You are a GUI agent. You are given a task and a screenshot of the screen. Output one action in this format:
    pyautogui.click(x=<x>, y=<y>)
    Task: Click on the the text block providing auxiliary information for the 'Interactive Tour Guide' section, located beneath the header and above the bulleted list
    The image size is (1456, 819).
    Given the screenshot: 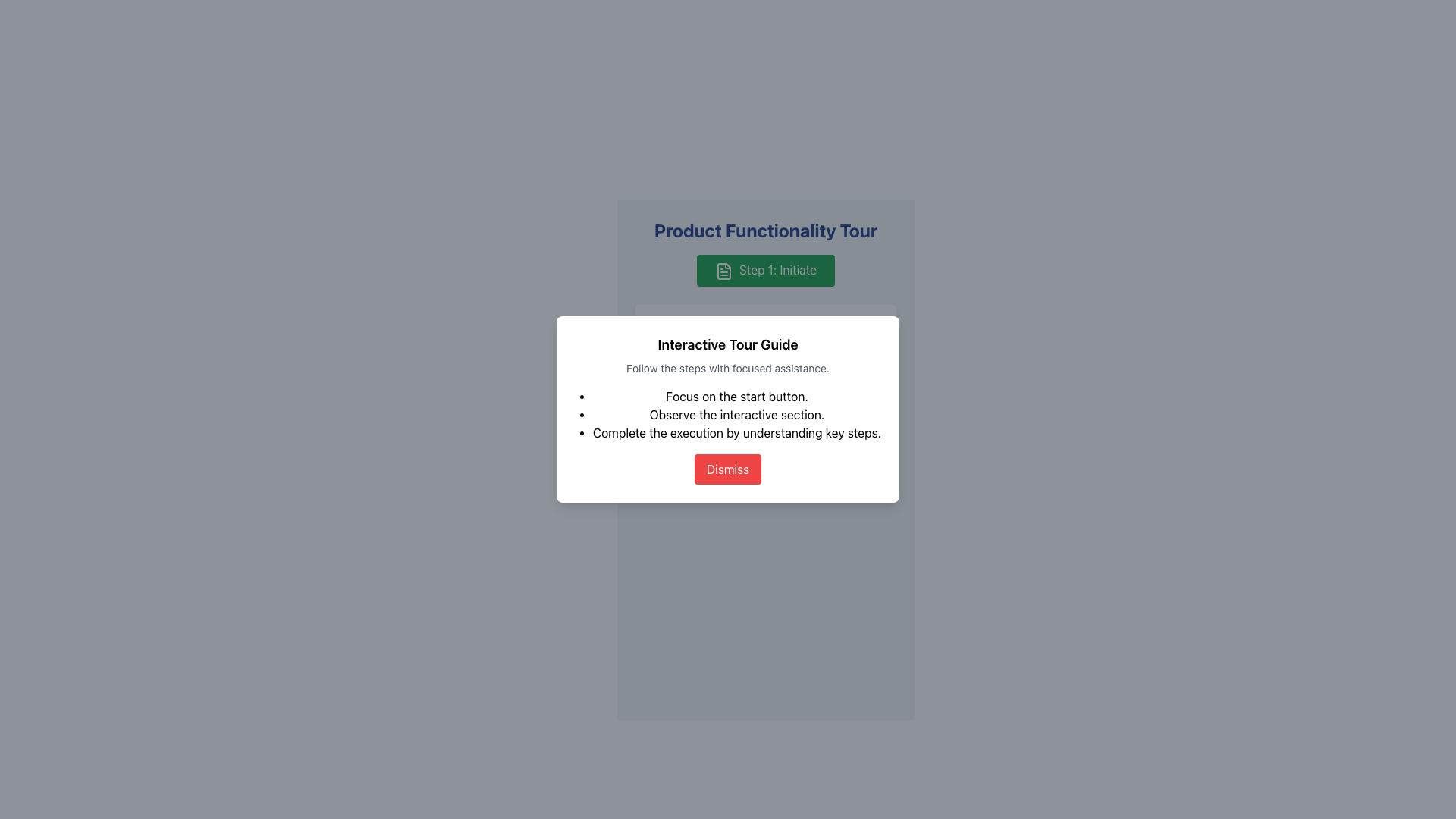 What is the action you would take?
    pyautogui.click(x=728, y=369)
    